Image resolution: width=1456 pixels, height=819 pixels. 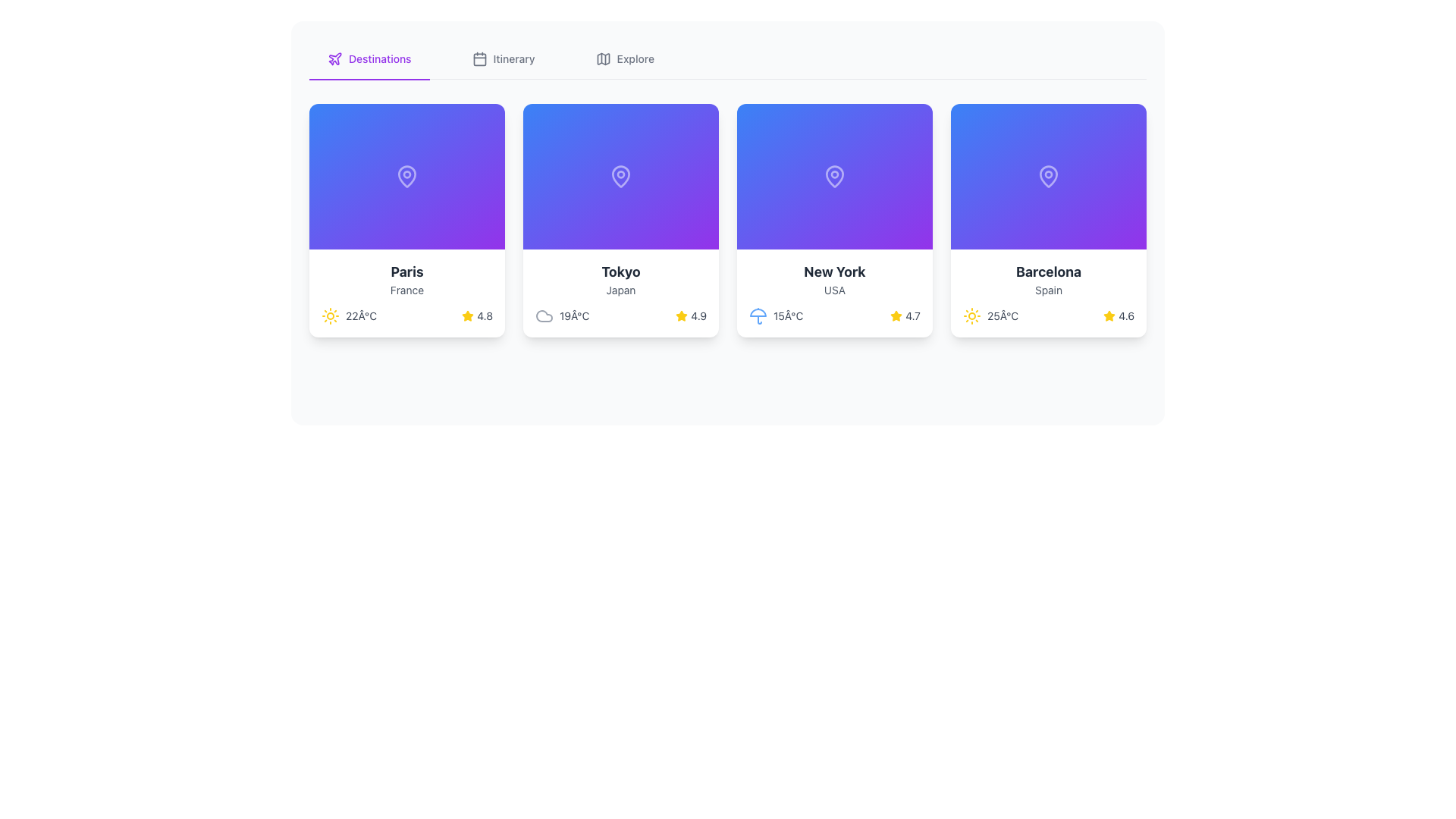 What do you see at coordinates (1047, 315) in the screenshot?
I see `the weather information display for Barcelona, which includes a sun icon, temperature '25°C', a star icon, and rating '4.6'` at bounding box center [1047, 315].